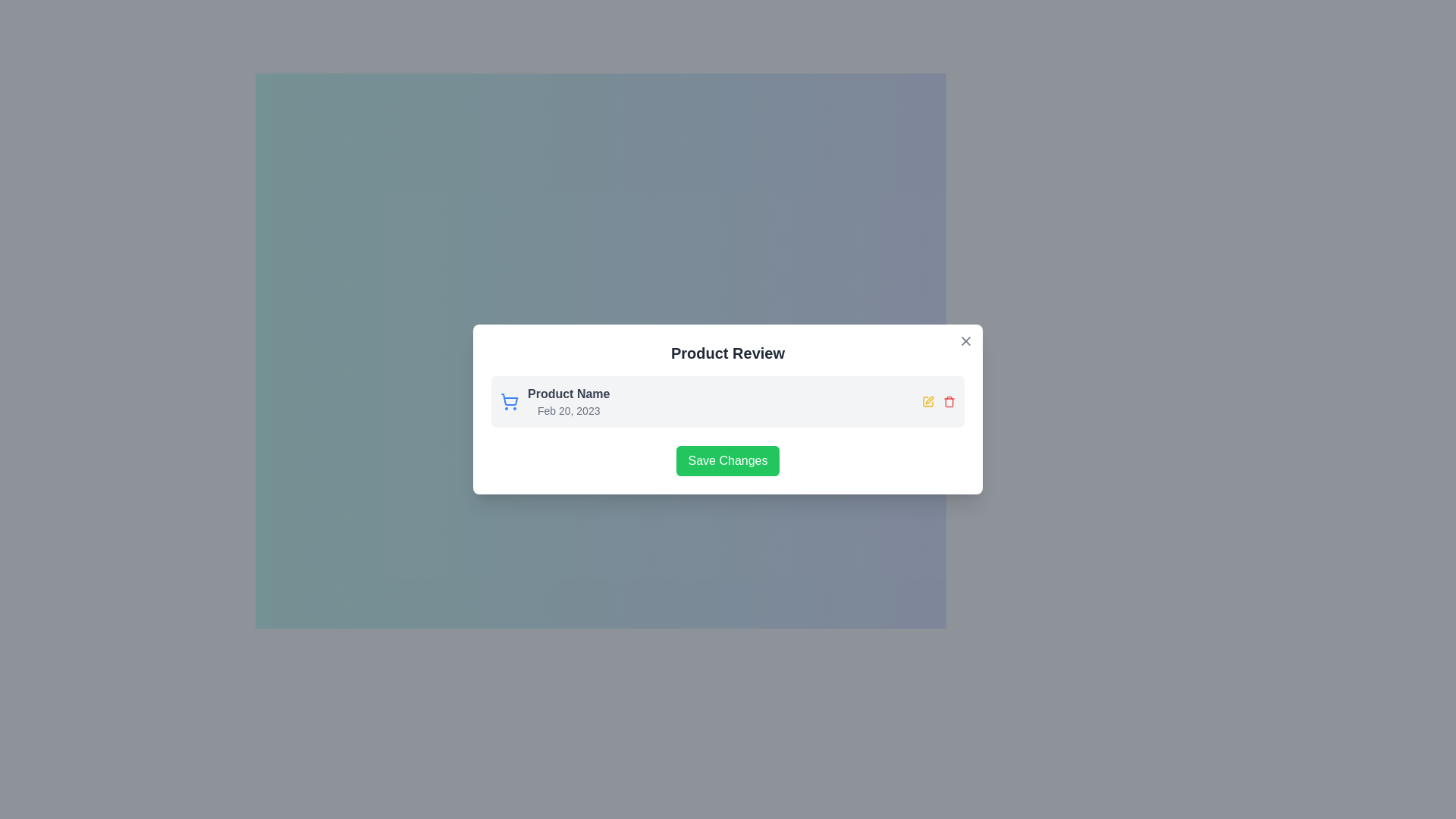  What do you see at coordinates (927, 400) in the screenshot?
I see `the edit button located to the left of the red trash bin icon, which allows users to modify or update associated content` at bounding box center [927, 400].